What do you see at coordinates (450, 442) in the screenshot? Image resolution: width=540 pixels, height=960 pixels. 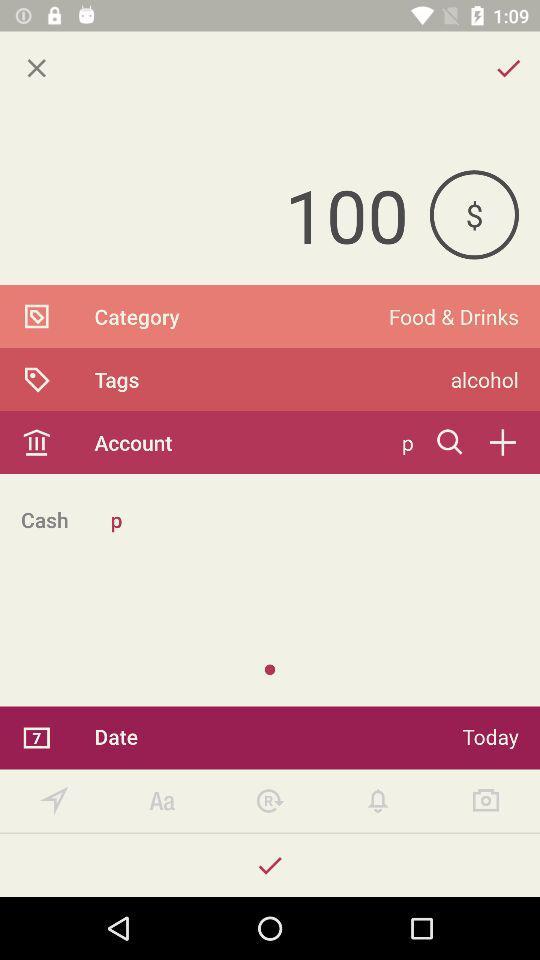 I see `item to the right of the p item` at bounding box center [450, 442].